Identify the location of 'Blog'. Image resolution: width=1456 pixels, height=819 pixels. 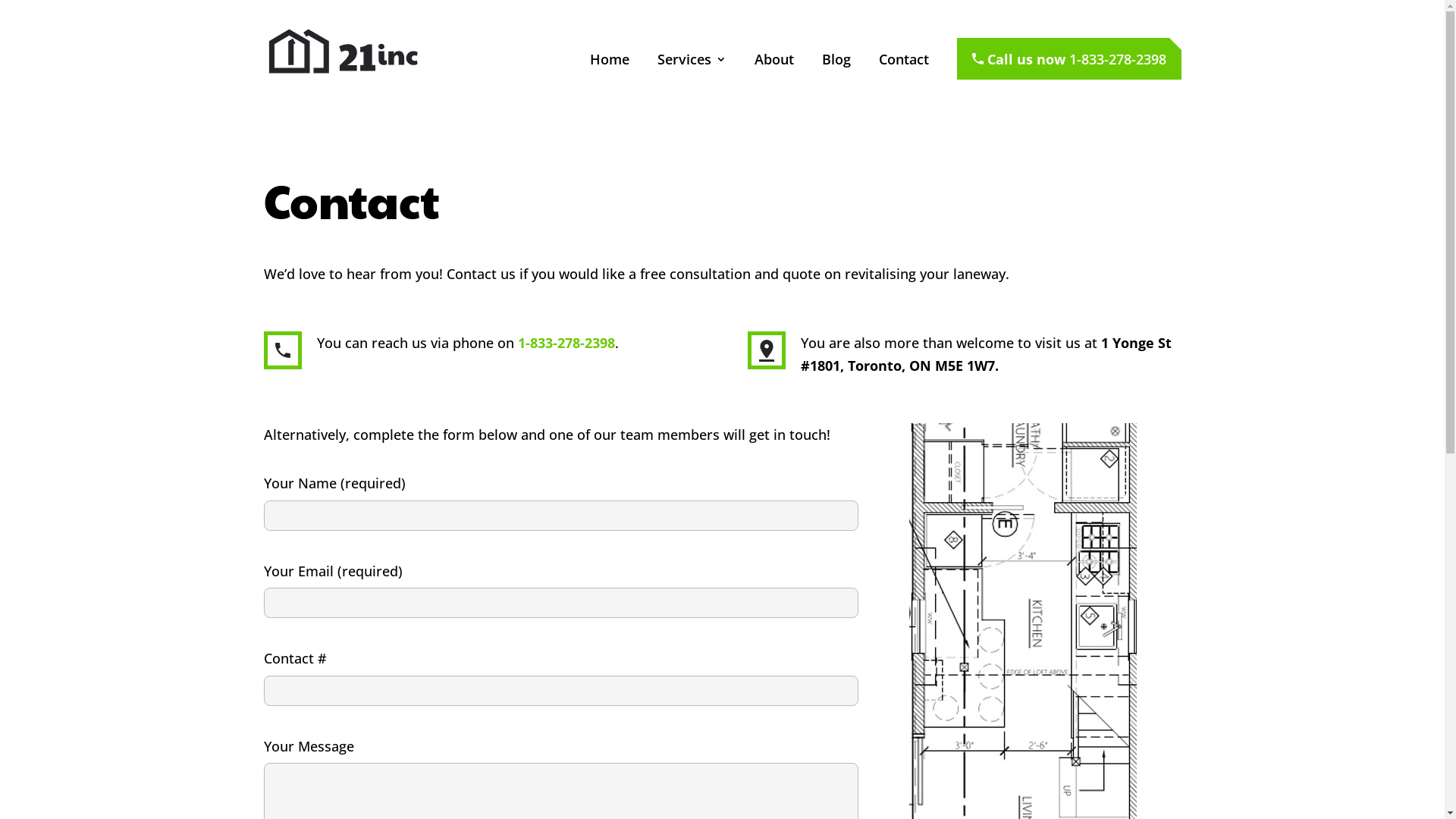
(836, 78).